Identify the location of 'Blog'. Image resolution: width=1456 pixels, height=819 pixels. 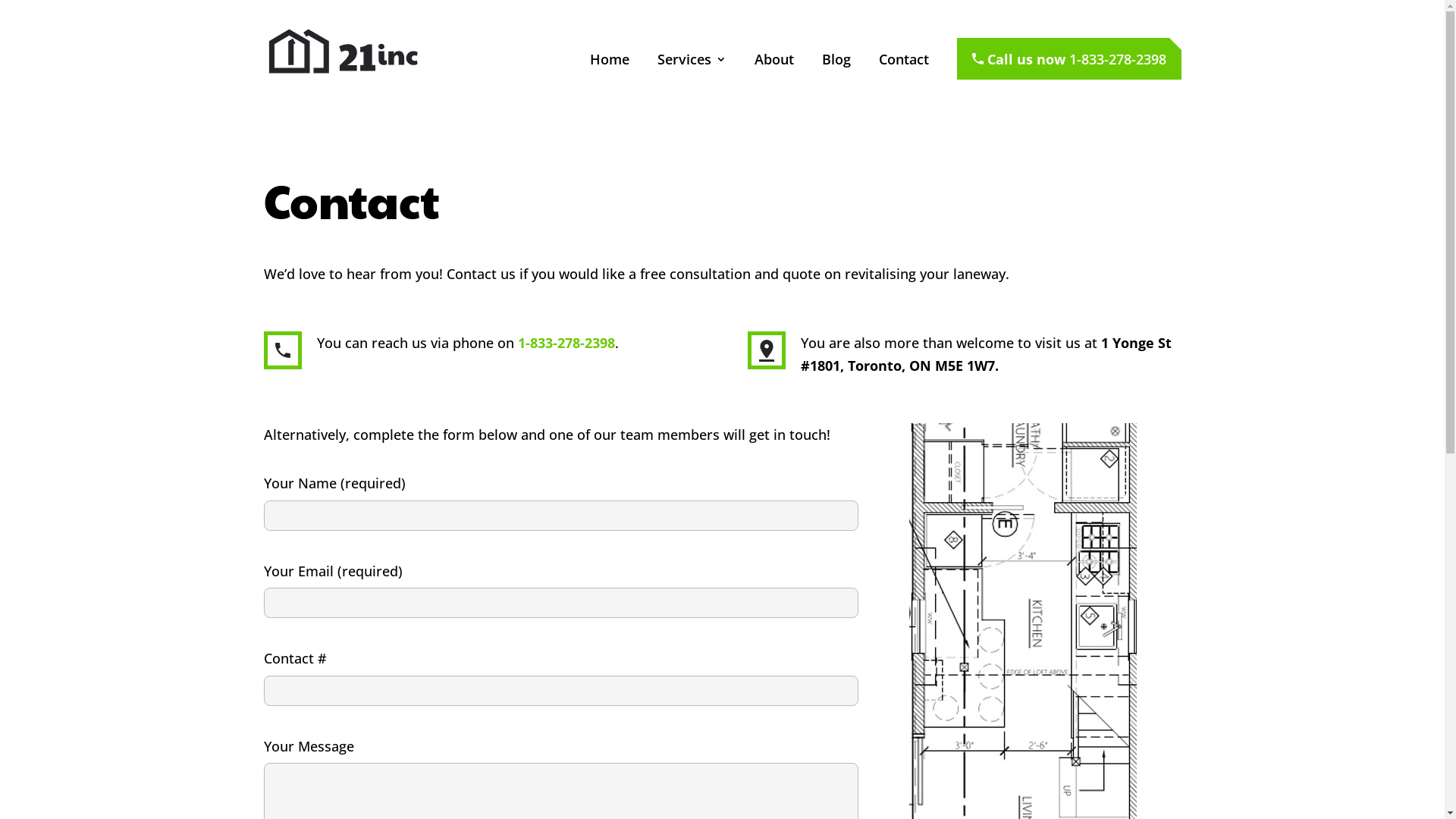
(836, 78).